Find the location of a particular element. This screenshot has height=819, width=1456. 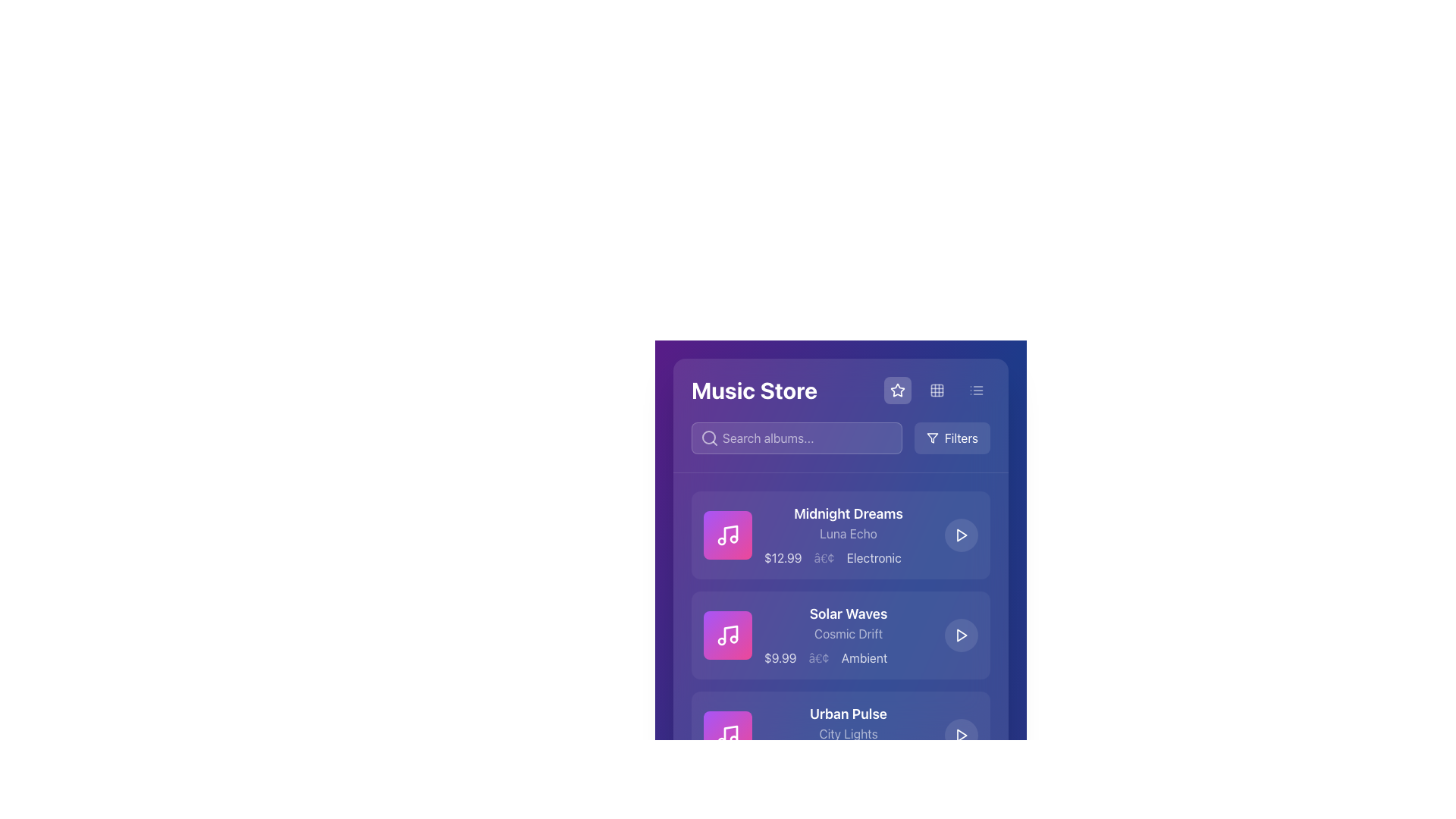

the third list item is located at coordinates (839, 734).